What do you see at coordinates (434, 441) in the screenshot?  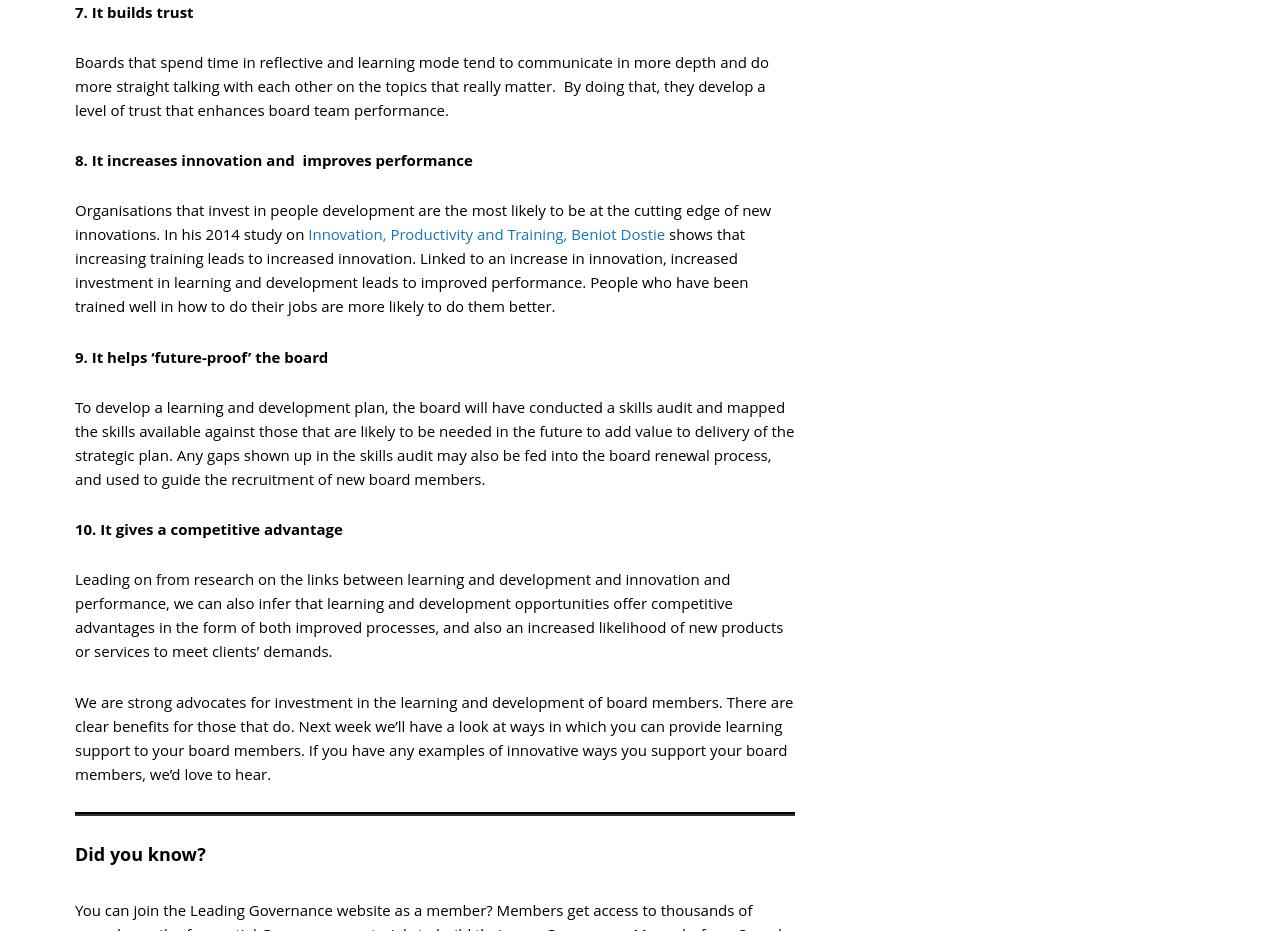 I see `'To develop a learning and development plan, the board will have conducted a skills audit and mapped the skills available against those that are likely to be needed in the future to add value to delivery of the strategic plan. Any gaps shown up in the skills audit may also be fed into the board renewal process, and used to guide the recruitment of new board members.'` at bounding box center [434, 441].